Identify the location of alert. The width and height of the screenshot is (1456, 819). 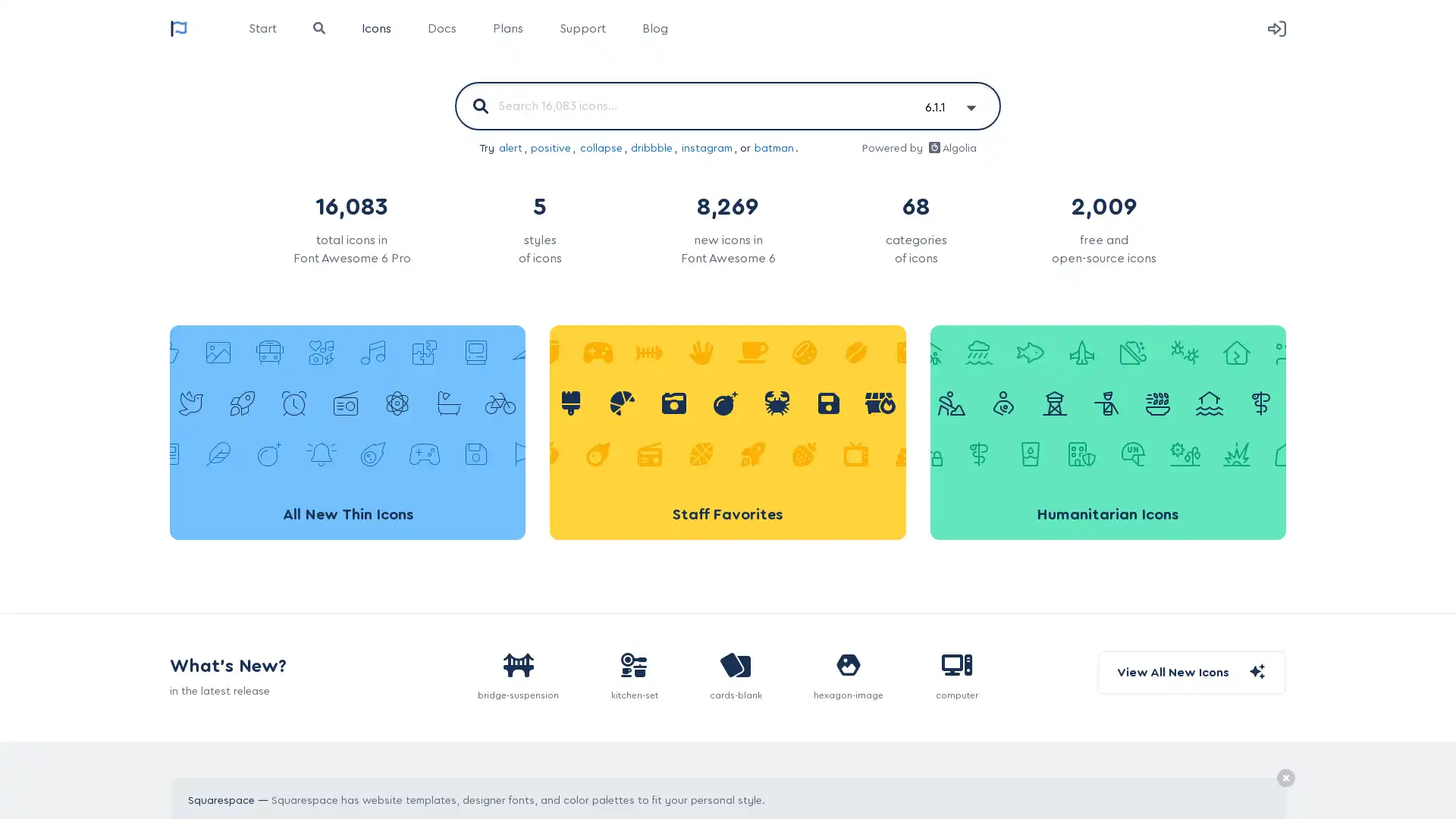
(510, 149).